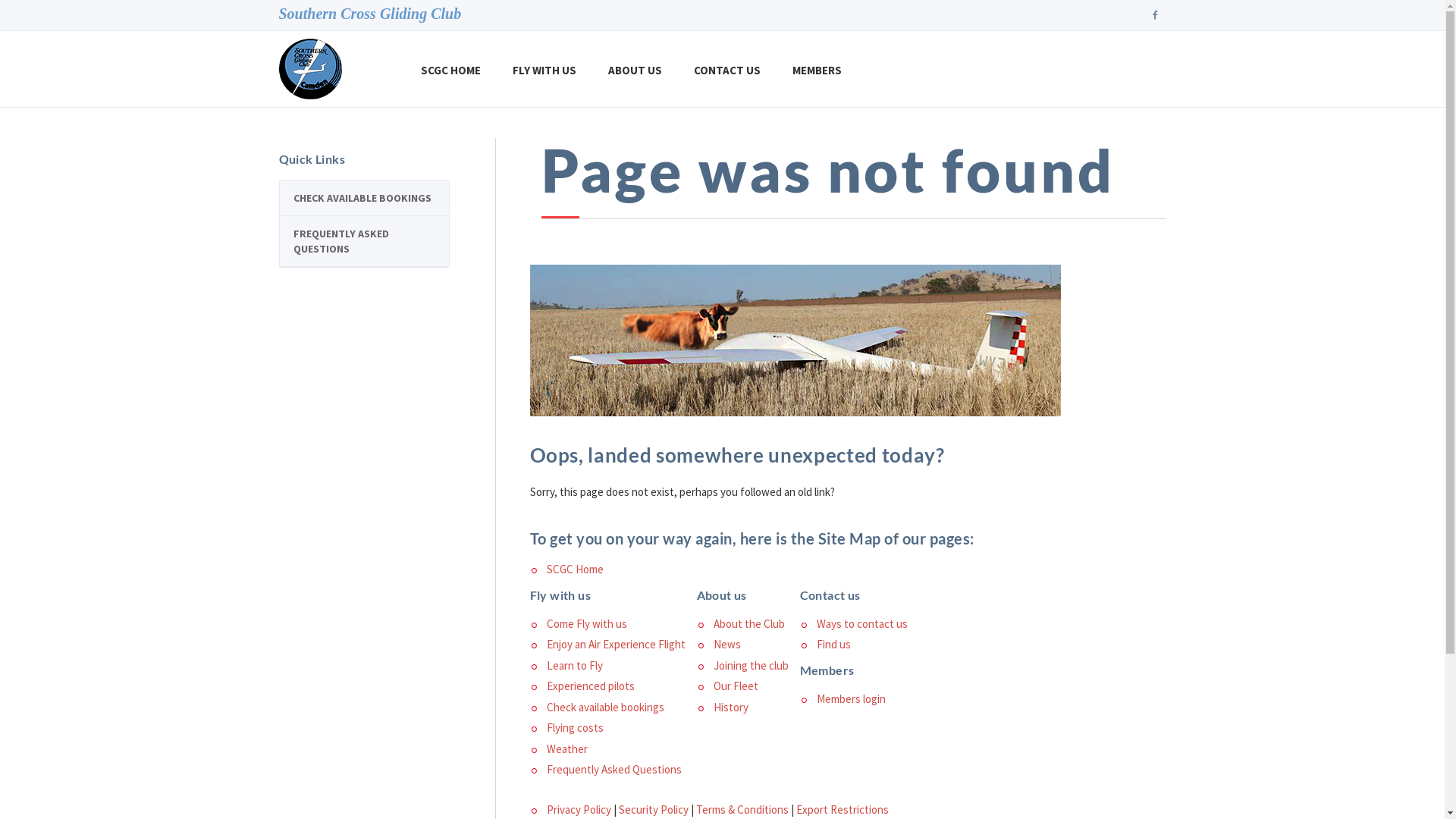  I want to click on 'CONTACT US', so click(676, 69).